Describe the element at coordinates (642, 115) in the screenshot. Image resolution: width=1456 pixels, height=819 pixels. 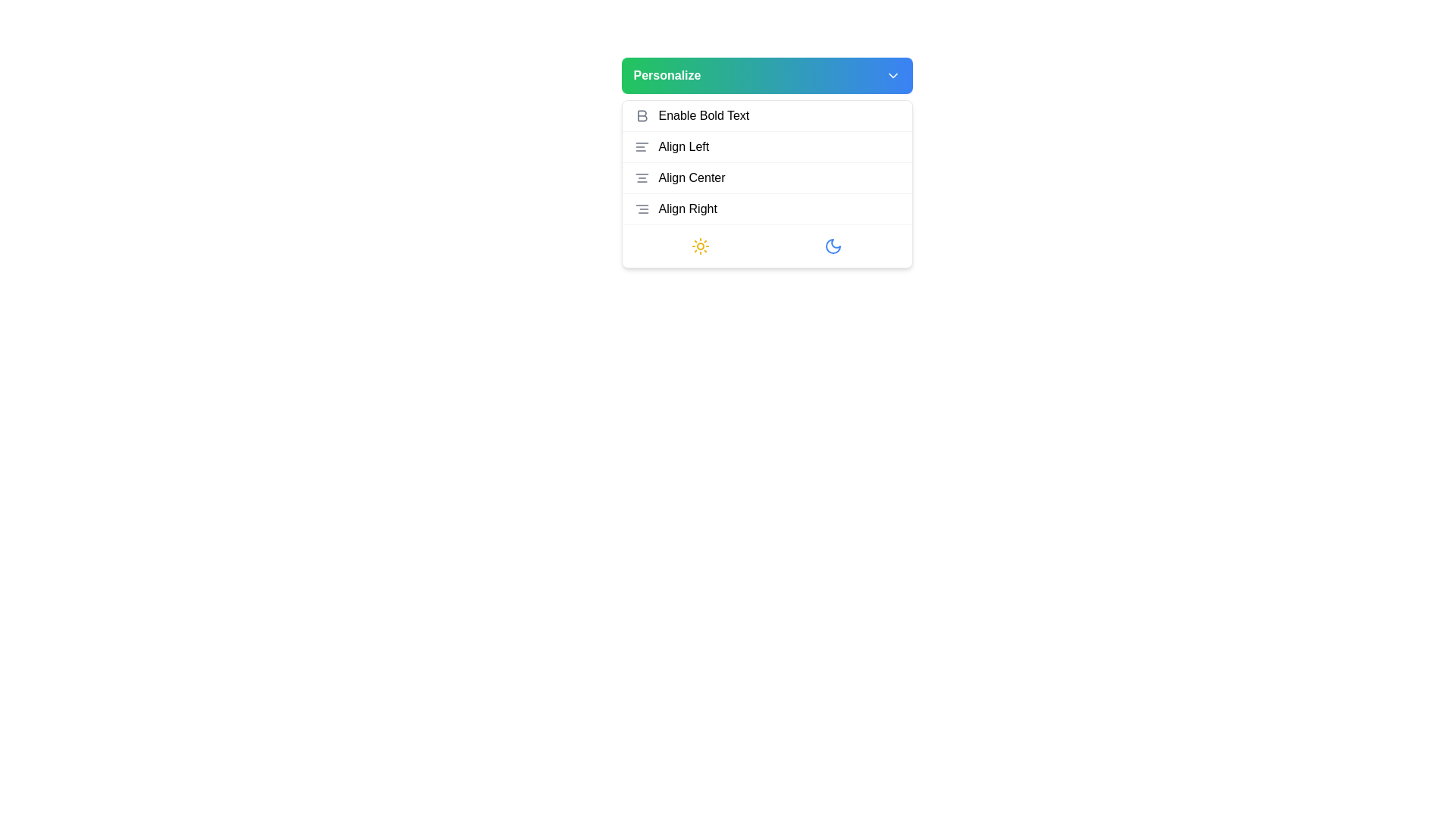
I see `the bolded letter 'B' icon, which is grayish and positioned to the left of the 'Enable Bold Text' menu option under the 'Personalize' dropdown` at that location.